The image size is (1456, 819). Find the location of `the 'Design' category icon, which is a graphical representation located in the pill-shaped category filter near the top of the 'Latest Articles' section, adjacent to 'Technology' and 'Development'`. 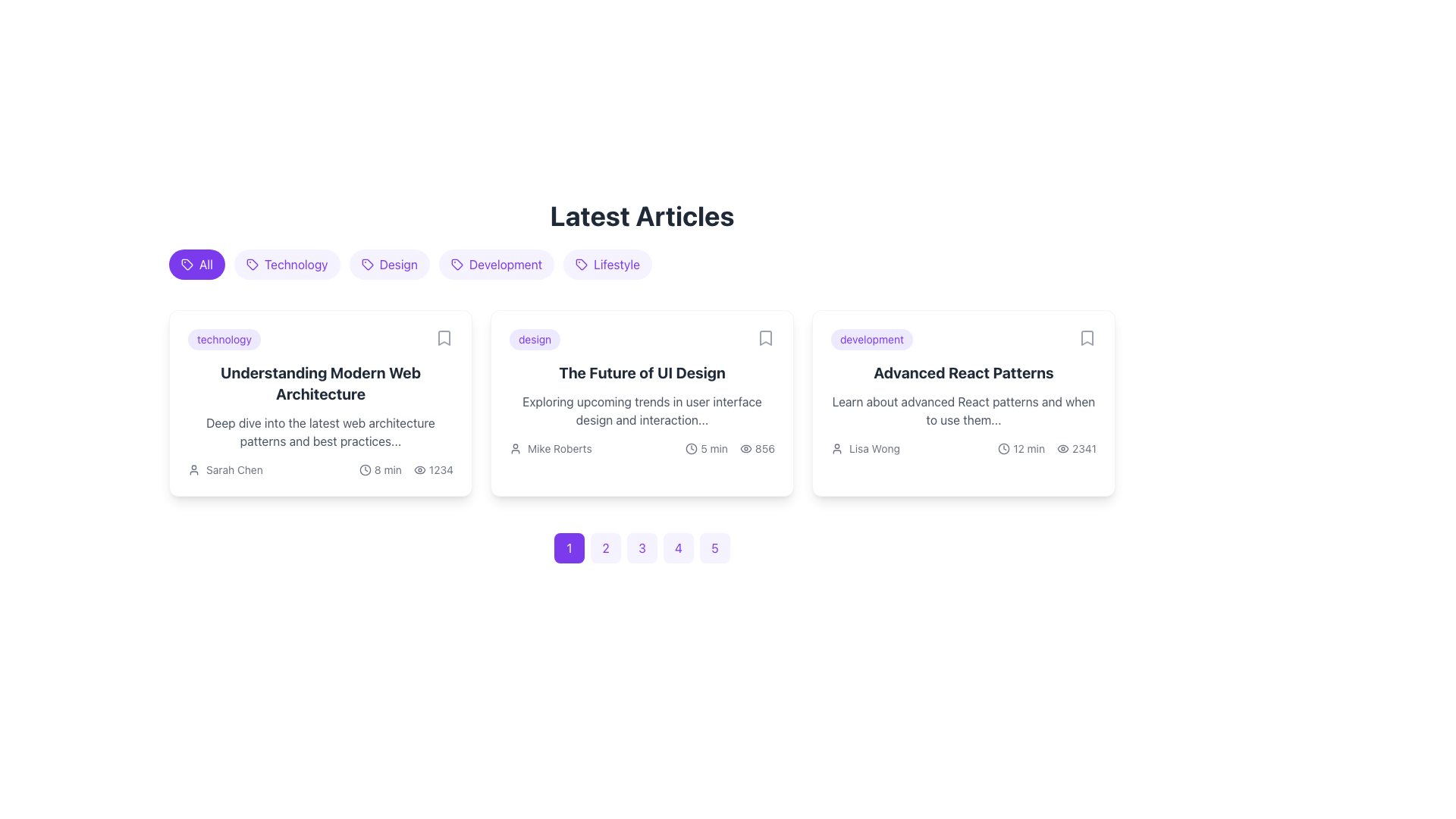

the 'Design' category icon, which is a graphical representation located in the pill-shaped category filter near the top of the 'Latest Articles' section, adjacent to 'Technology' and 'Development' is located at coordinates (367, 263).